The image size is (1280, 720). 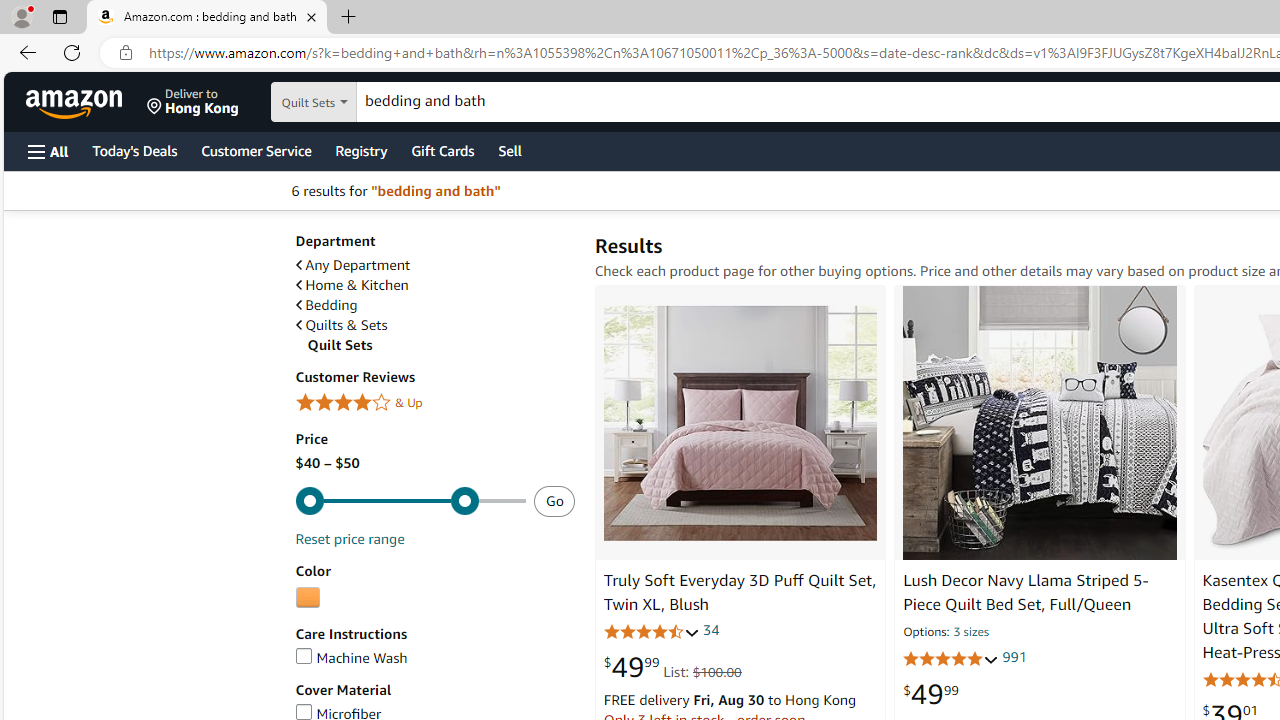 What do you see at coordinates (48, 150) in the screenshot?
I see `'Open Menu'` at bounding box center [48, 150].